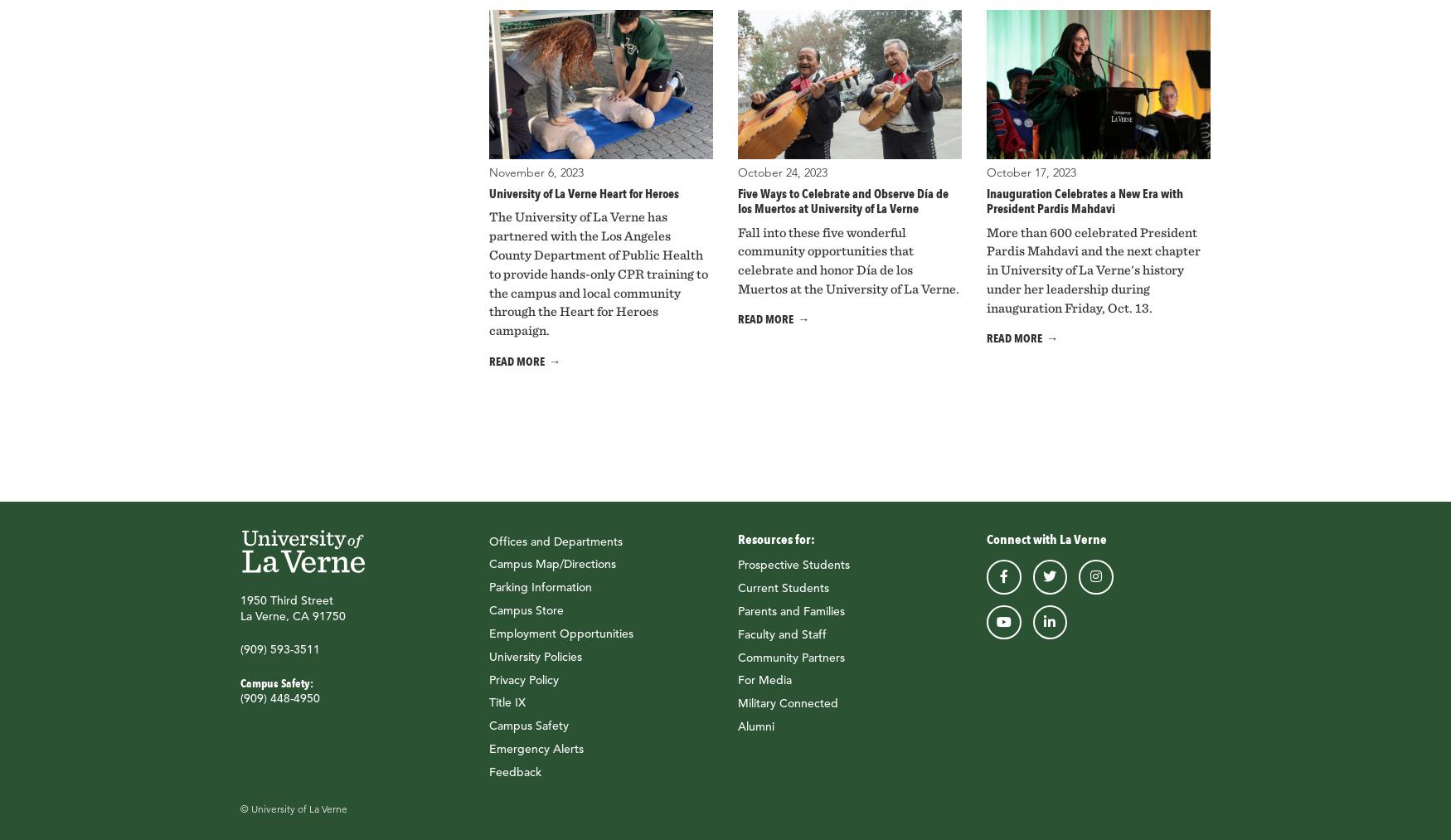 The width and height of the screenshot is (1451, 840). I want to click on 'The University of La Verne has partnered with the Los Angeles County Department of Public Health to provide hands-only CPR training to the campus and local community through the Heart for Heroes campaign.', so click(488, 274).